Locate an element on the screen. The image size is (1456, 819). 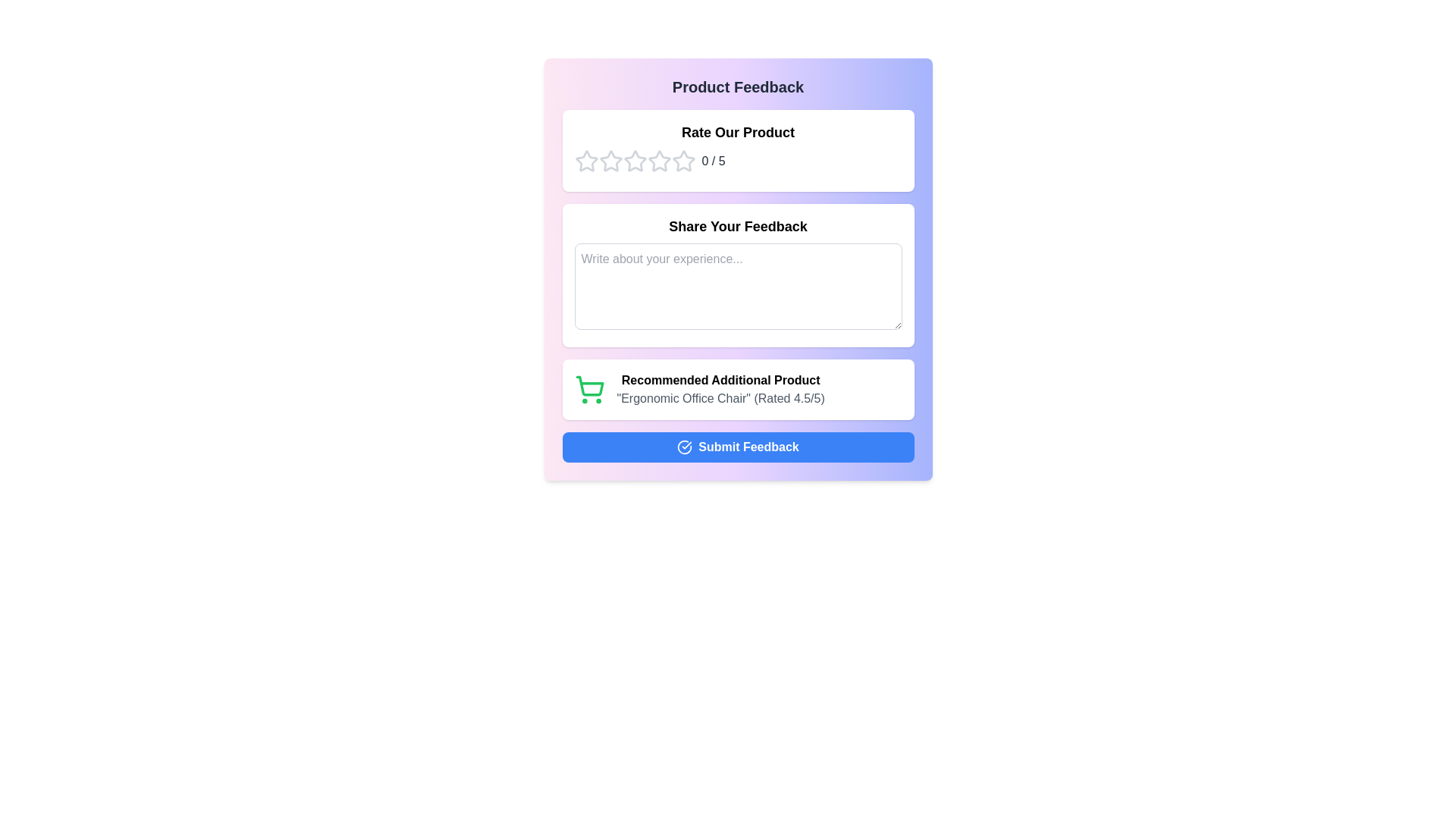
the second star in the rating system to rate it, which is styled in light gray and located within the card labeled 'Rate Our Product' is located at coordinates (610, 161).